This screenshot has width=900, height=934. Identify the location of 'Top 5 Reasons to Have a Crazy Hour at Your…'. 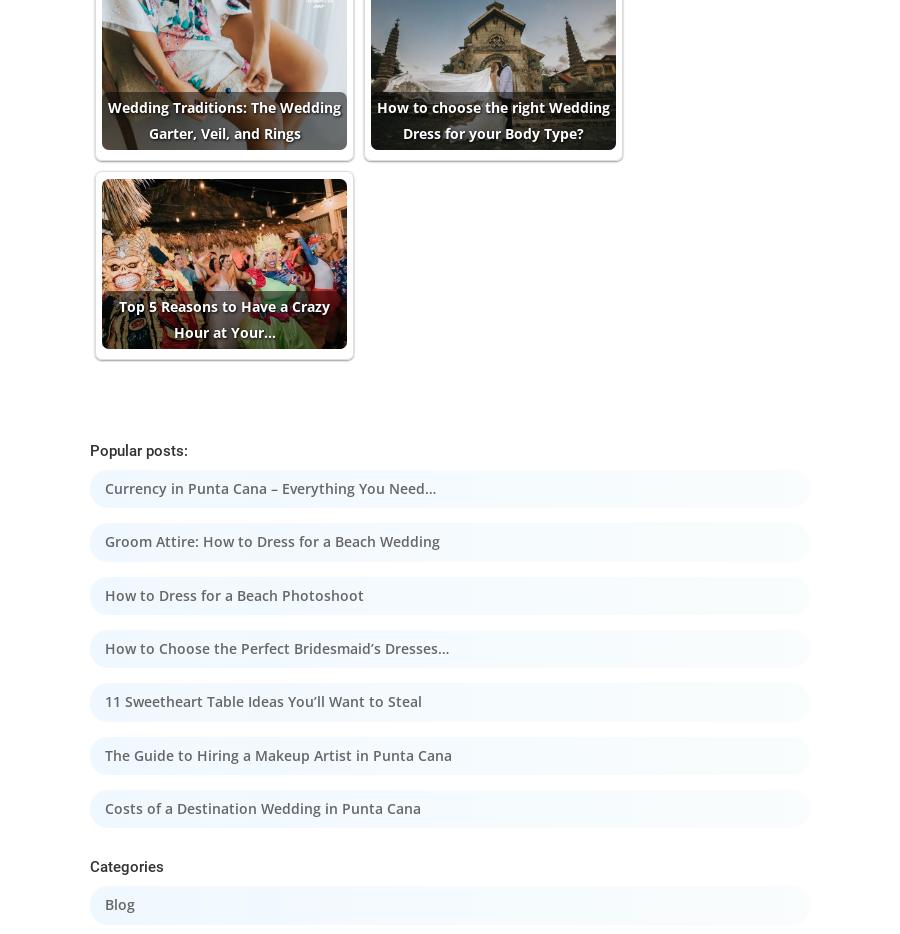
(224, 318).